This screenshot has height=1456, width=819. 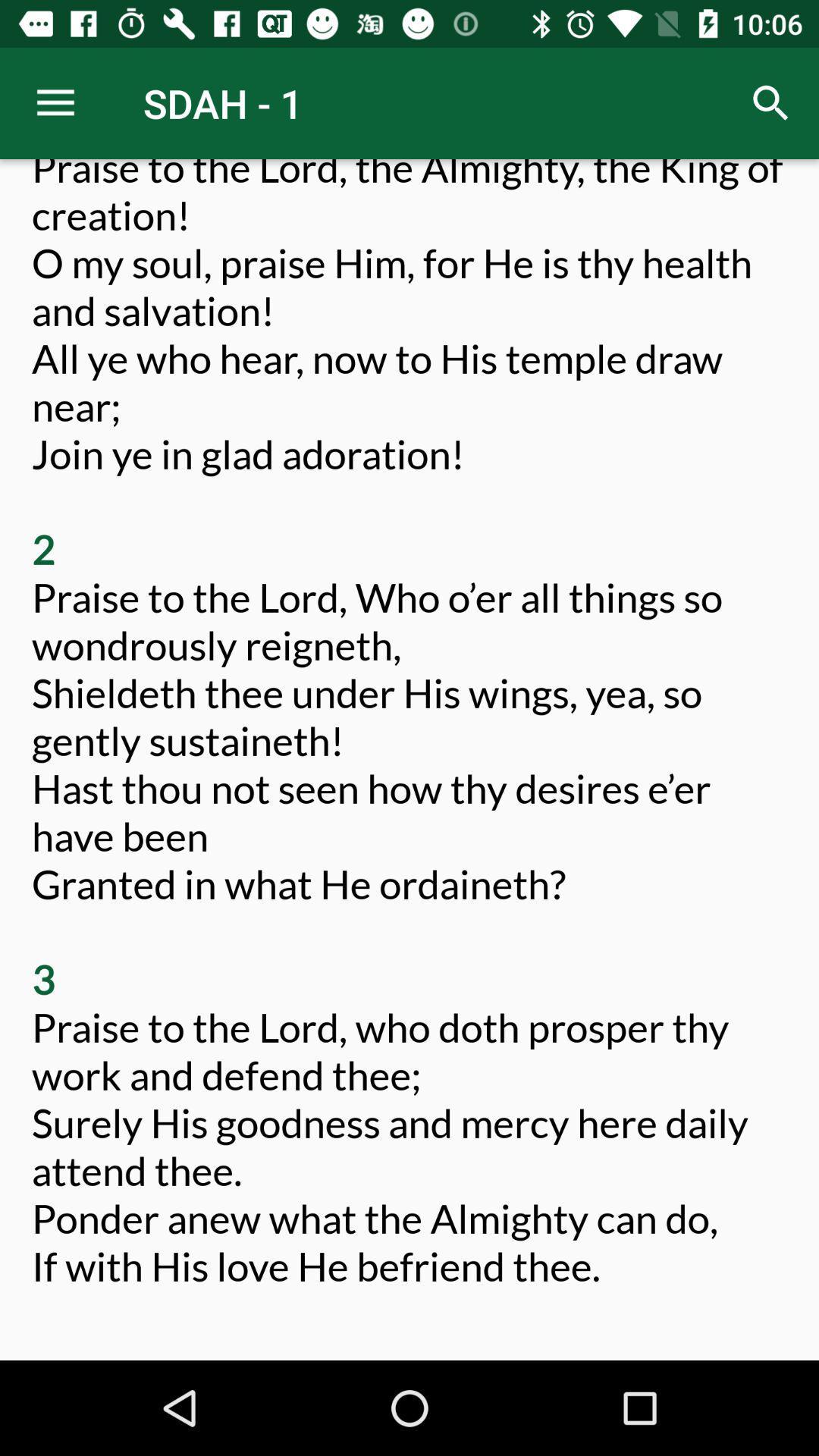 What do you see at coordinates (771, 102) in the screenshot?
I see `icon at the top right corner` at bounding box center [771, 102].